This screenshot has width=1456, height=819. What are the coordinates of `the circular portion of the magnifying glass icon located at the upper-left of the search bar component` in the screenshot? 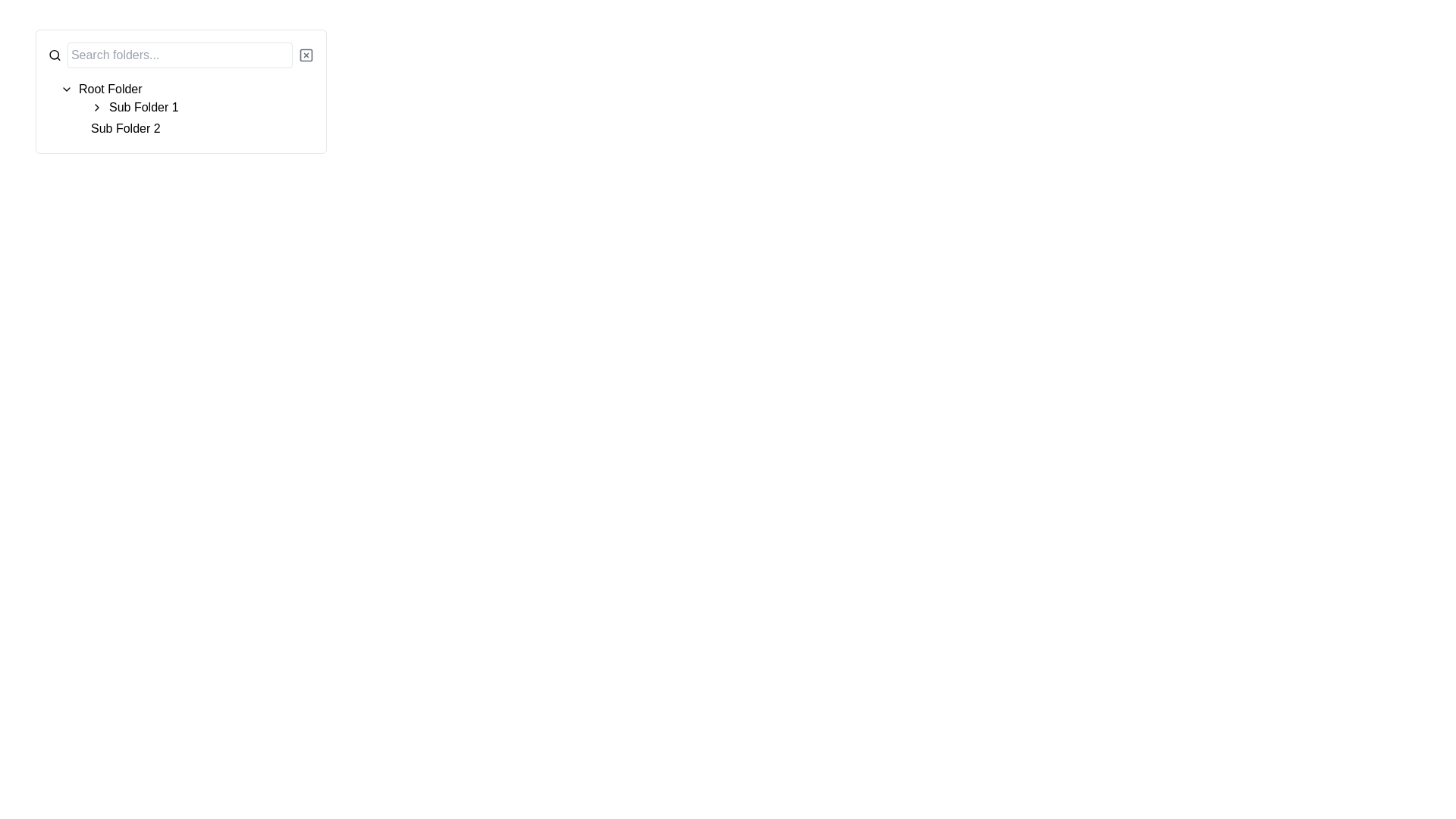 It's located at (54, 54).